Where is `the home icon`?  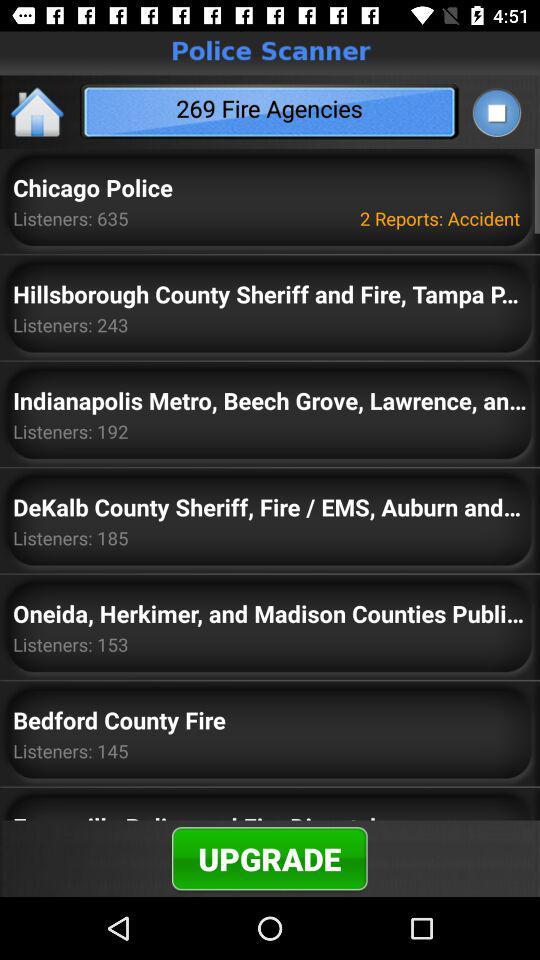 the home icon is located at coordinates (38, 111).